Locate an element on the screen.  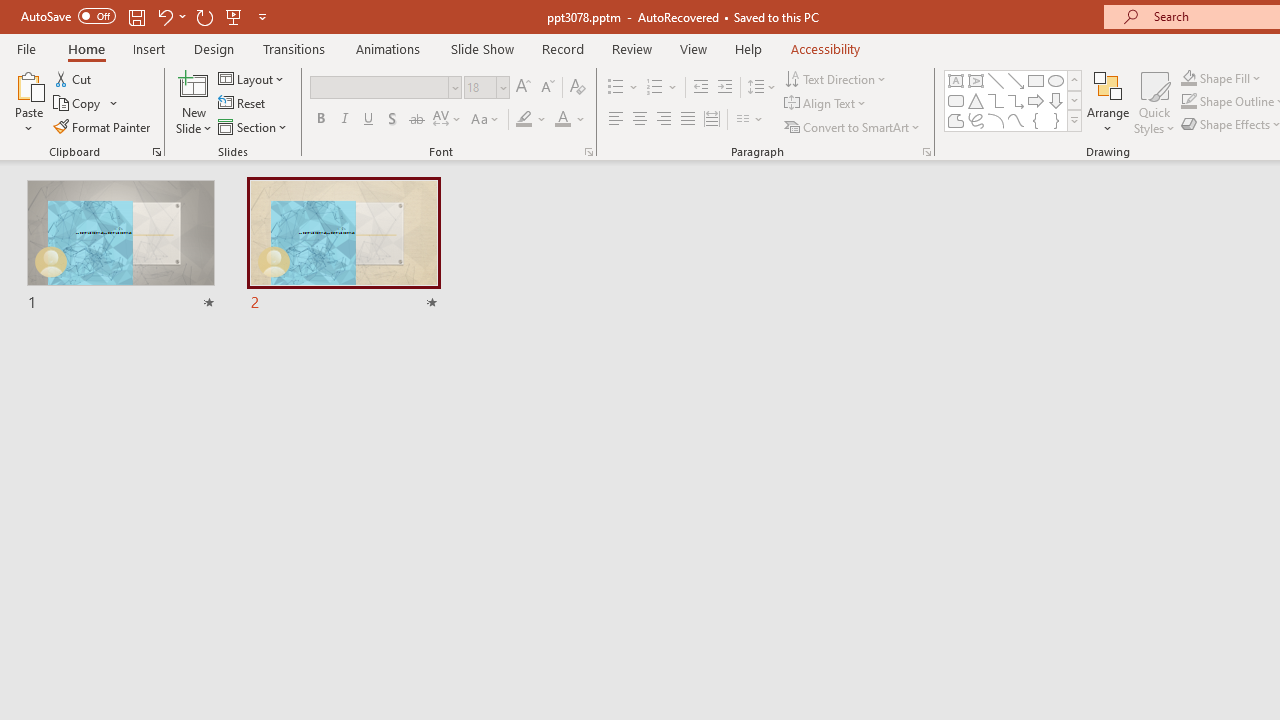
'Row up' is located at coordinates (1073, 79).